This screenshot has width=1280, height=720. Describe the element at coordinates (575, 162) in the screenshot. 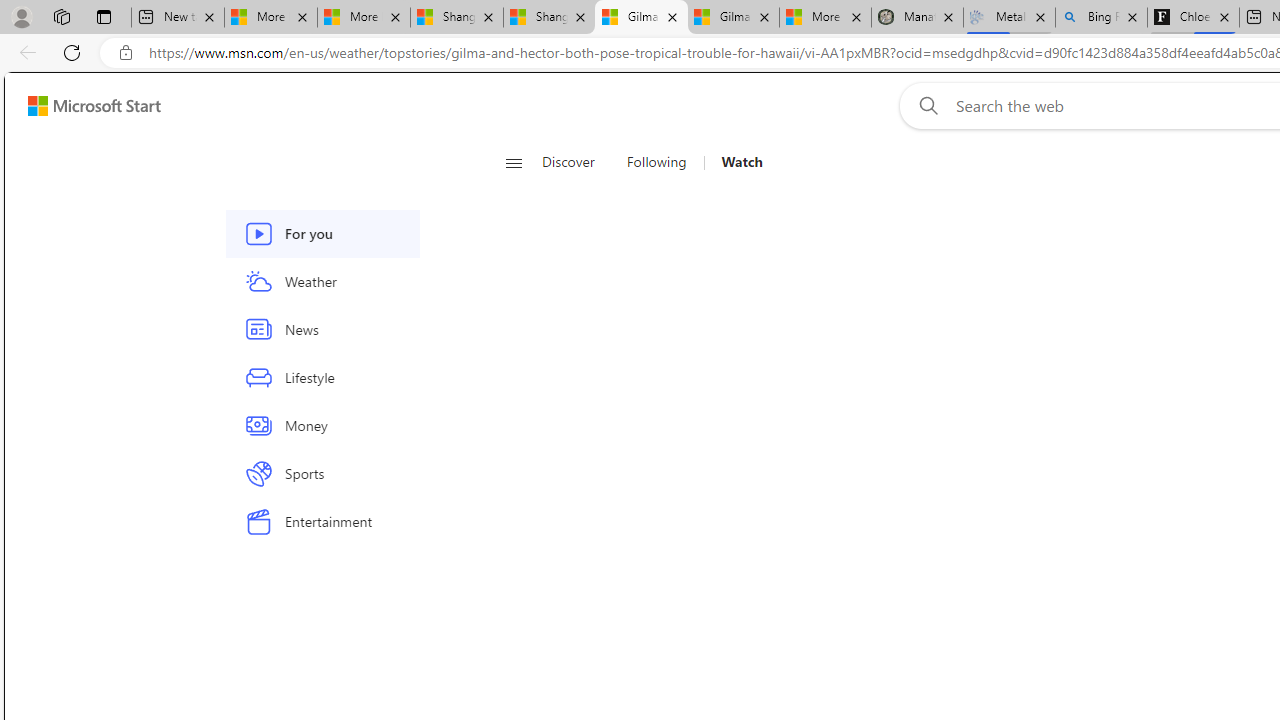

I see `'Discover'` at that location.